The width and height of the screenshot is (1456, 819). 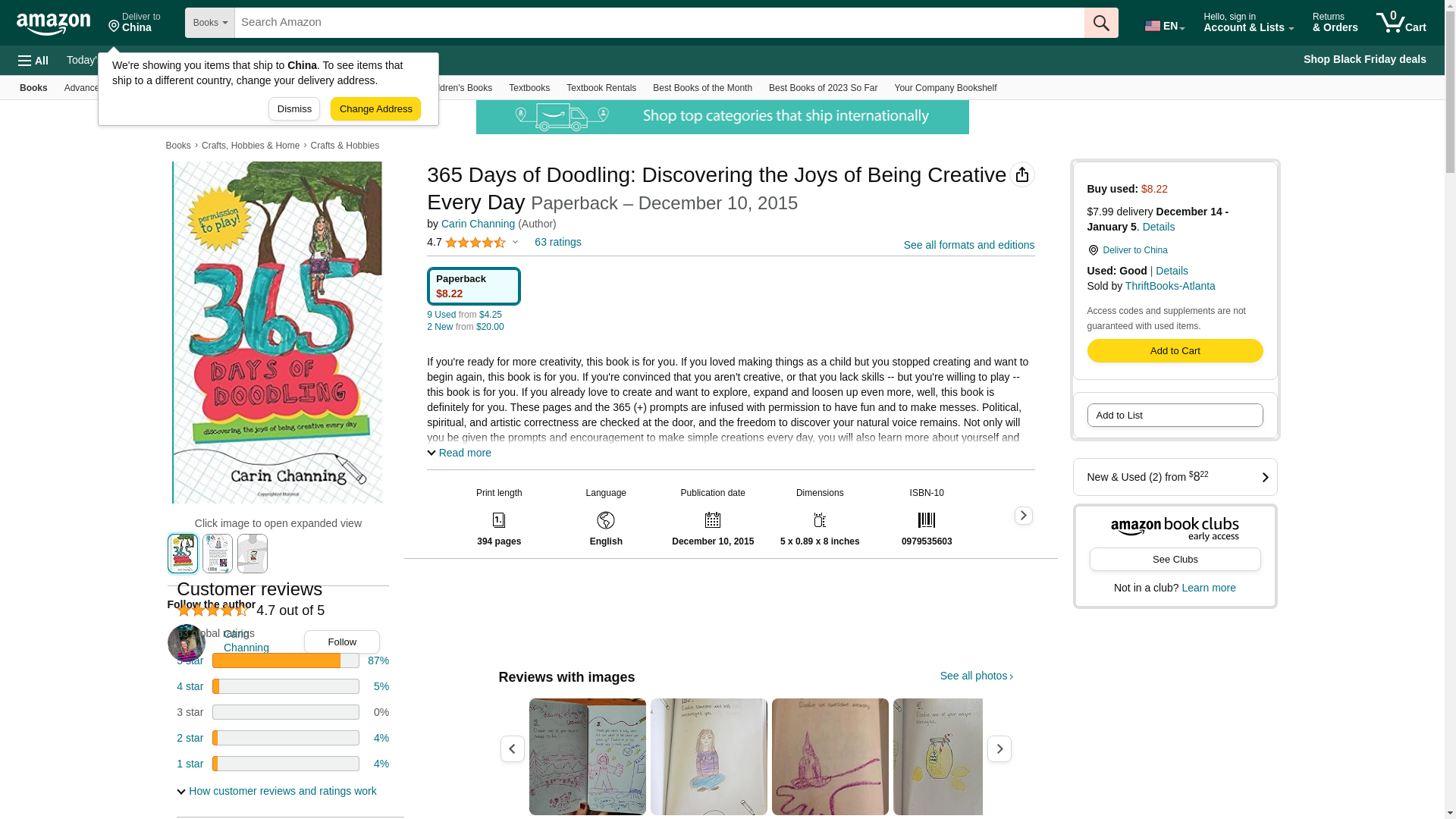 I want to click on '63 ratings', so click(x=557, y=241).